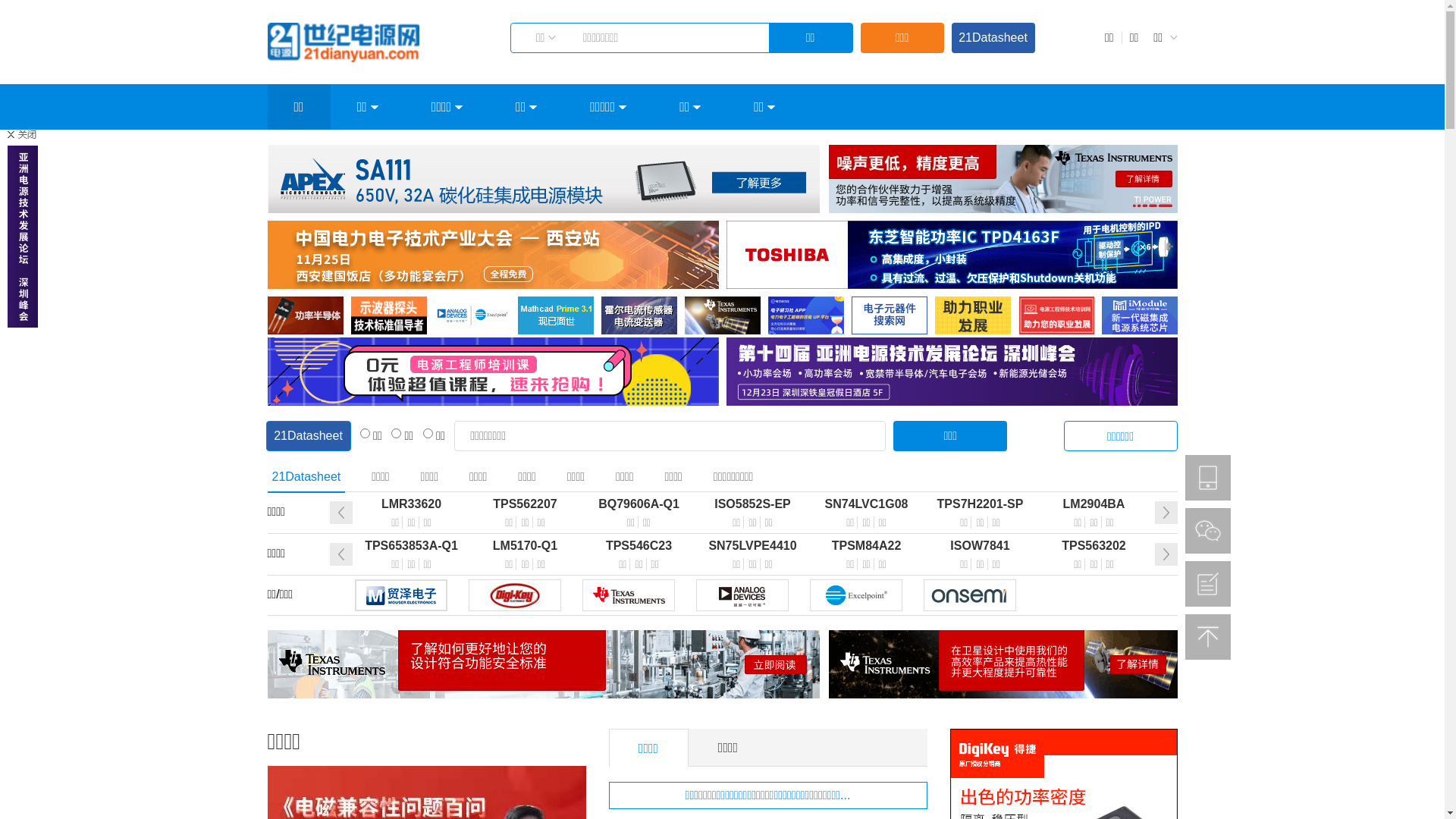 The image size is (1456, 819). I want to click on 'TPS562207', so click(525, 504).